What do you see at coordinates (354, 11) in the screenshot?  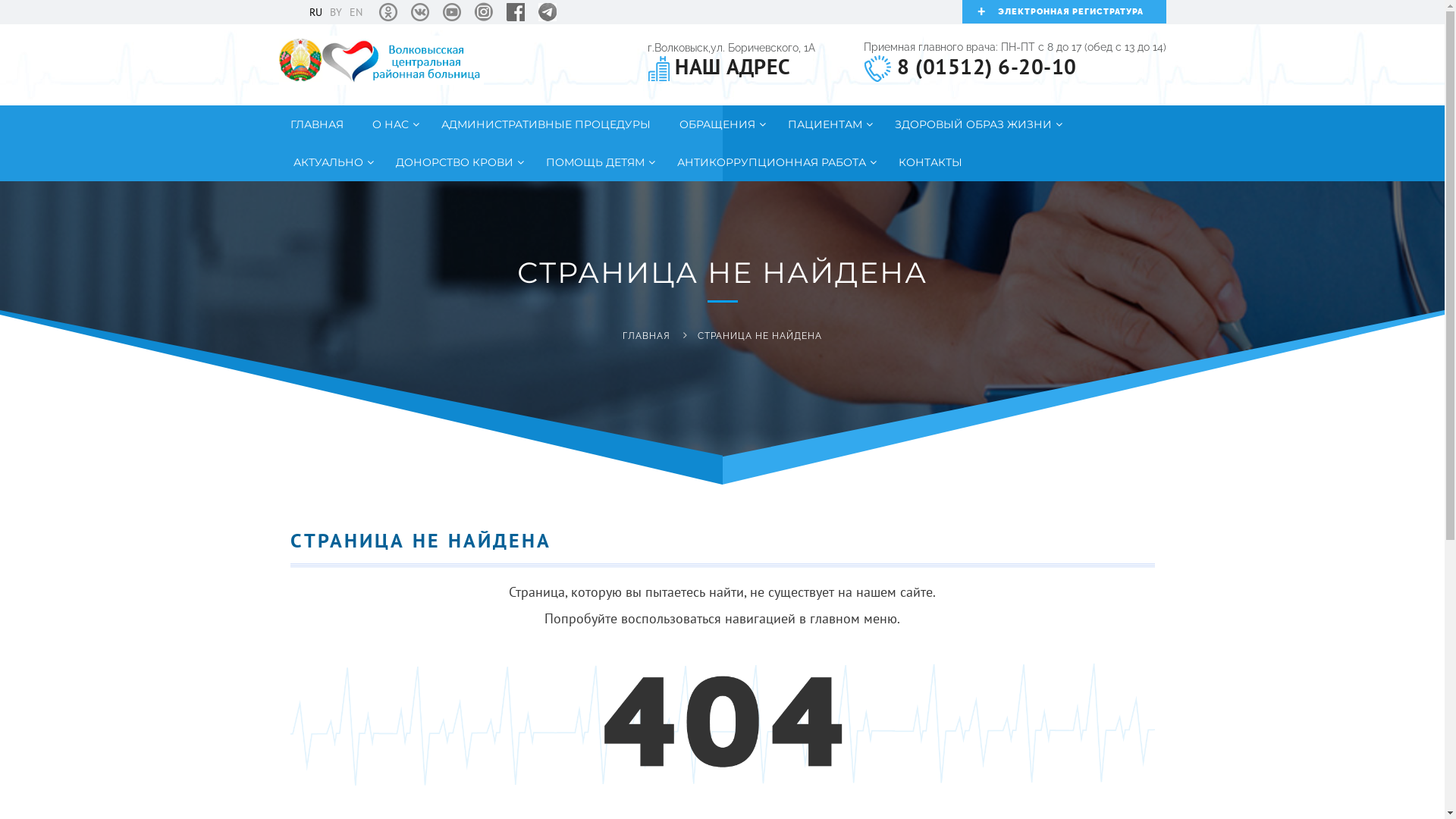 I see `'EN'` at bounding box center [354, 11].